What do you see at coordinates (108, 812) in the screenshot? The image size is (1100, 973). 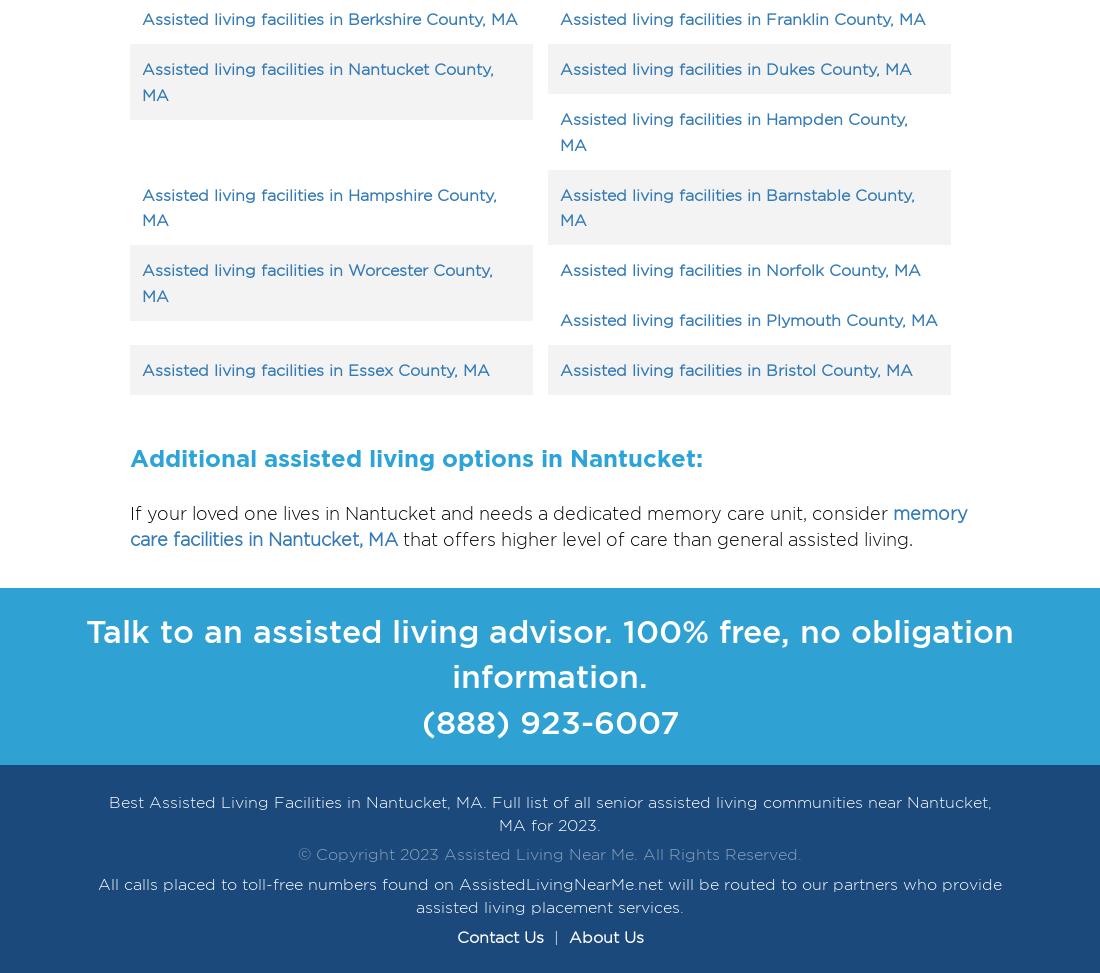 I see `'Best Assisted Living Facilities in Nantucket, MA. Full list of all senior assisted living communities near Nantucket, MA for 2023.'` at bounding box center [108, 812].